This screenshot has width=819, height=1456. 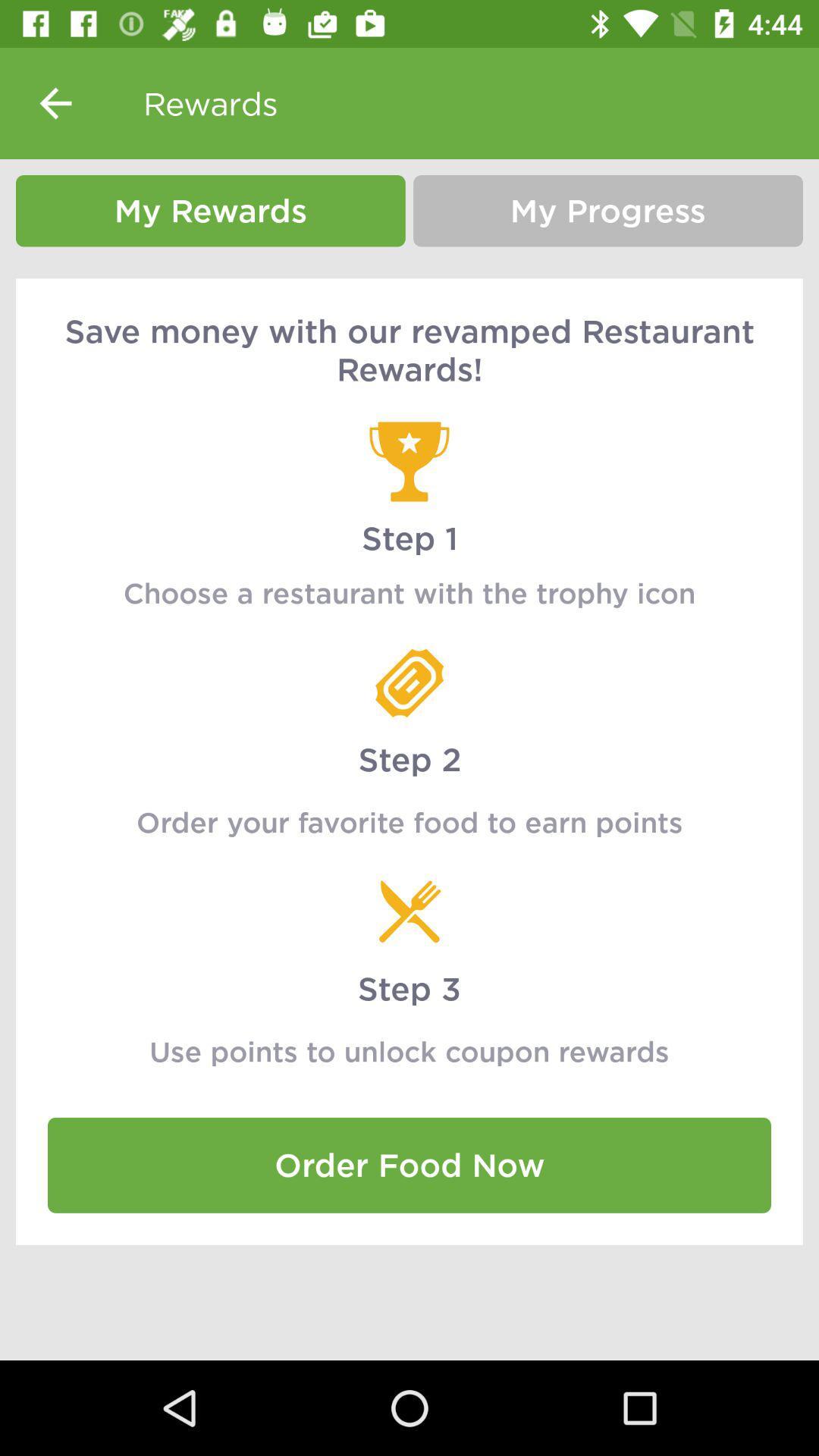 I want to click on the icon next to my progress icon, so click(x=210, y=210).